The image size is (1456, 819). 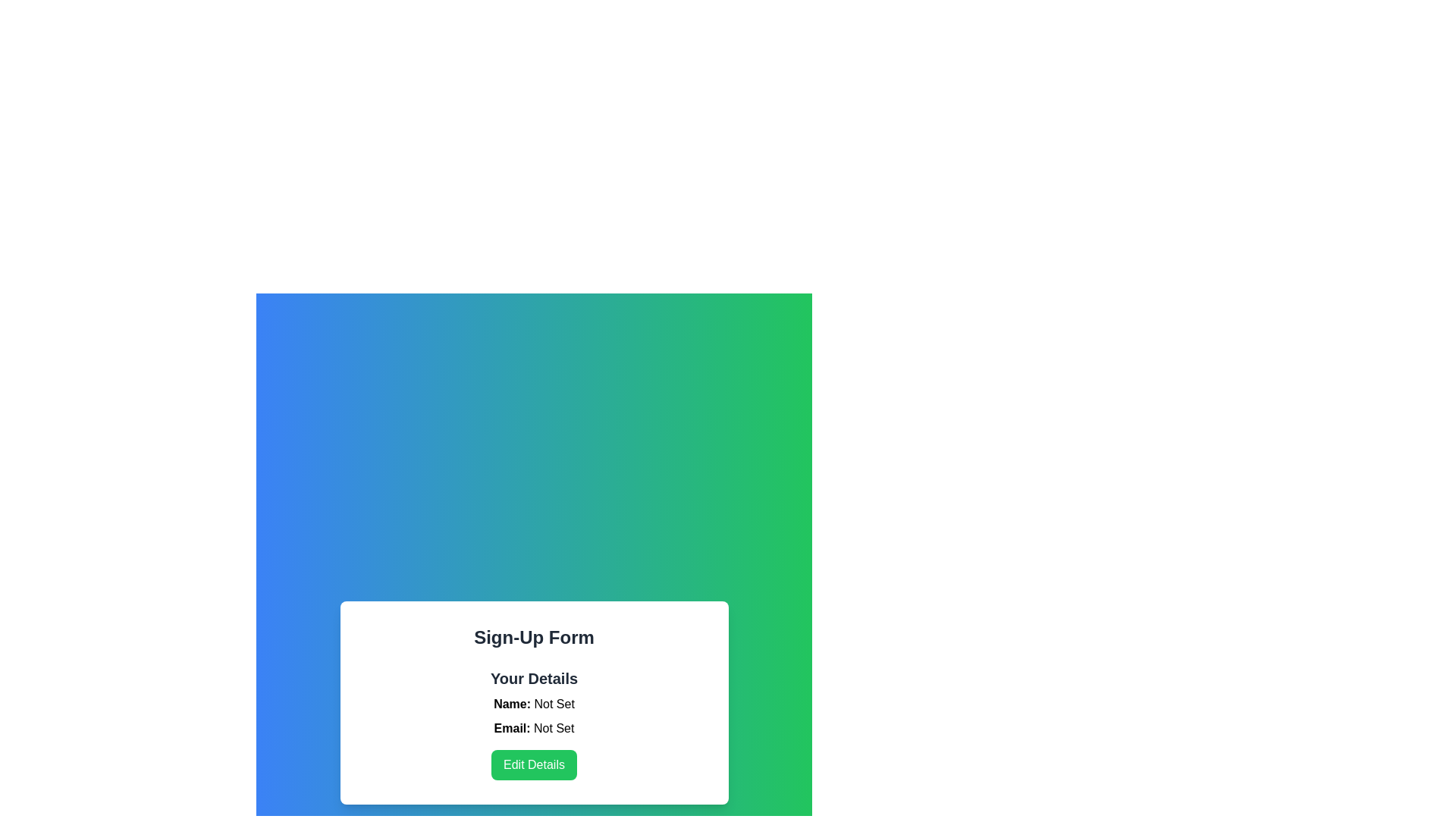 What do you see at coordinates (534, 637) in the screenshot?
I see `the bold, centered, large-sized text label 'Sign-Up Form' styled in dark gray, located at the top of the white rectangular form area` at bounding box center [534, 637].